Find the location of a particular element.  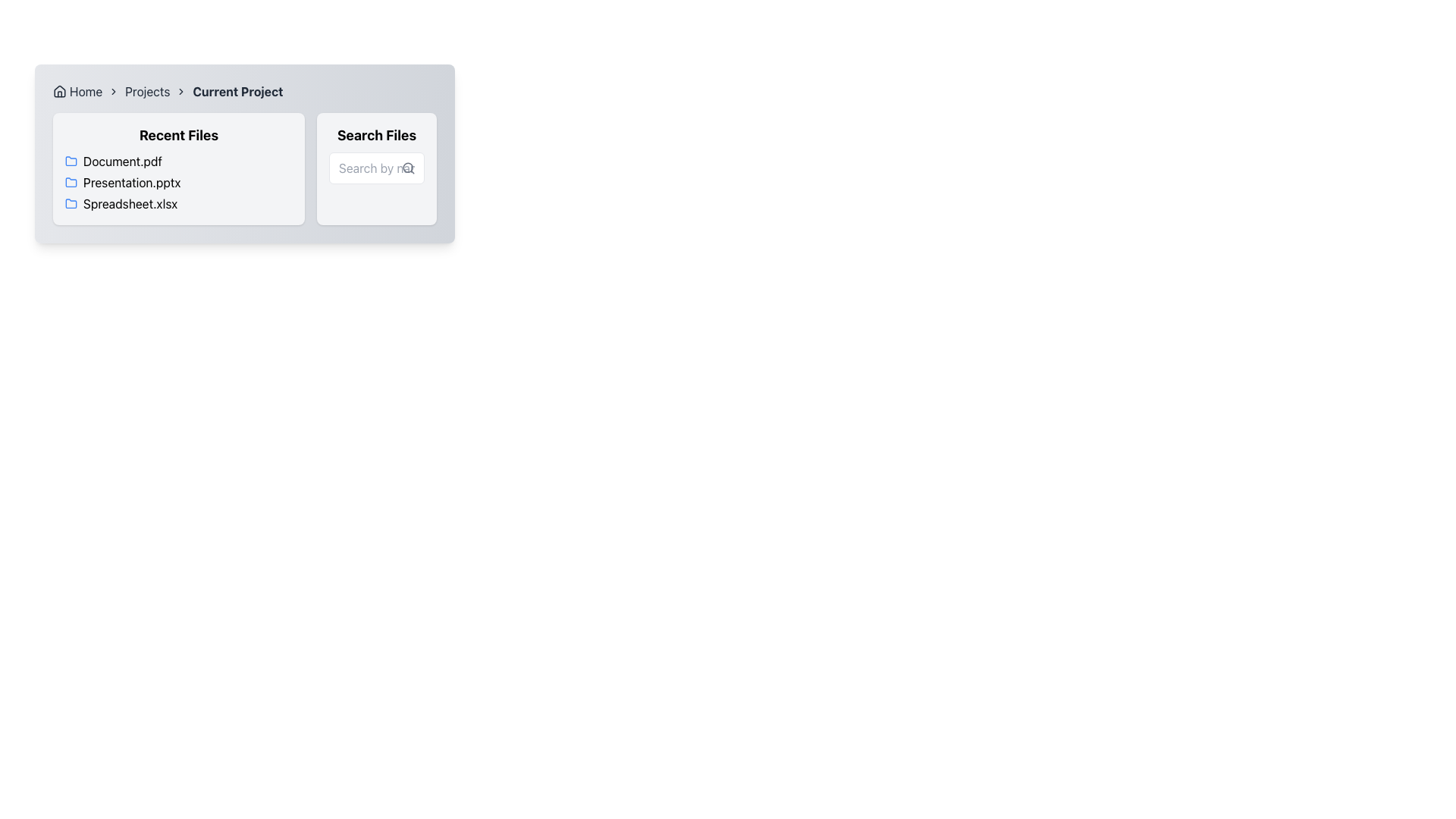

the text label displaying the file name 'Presentation.pptx' is located at coordinates (132, 181).